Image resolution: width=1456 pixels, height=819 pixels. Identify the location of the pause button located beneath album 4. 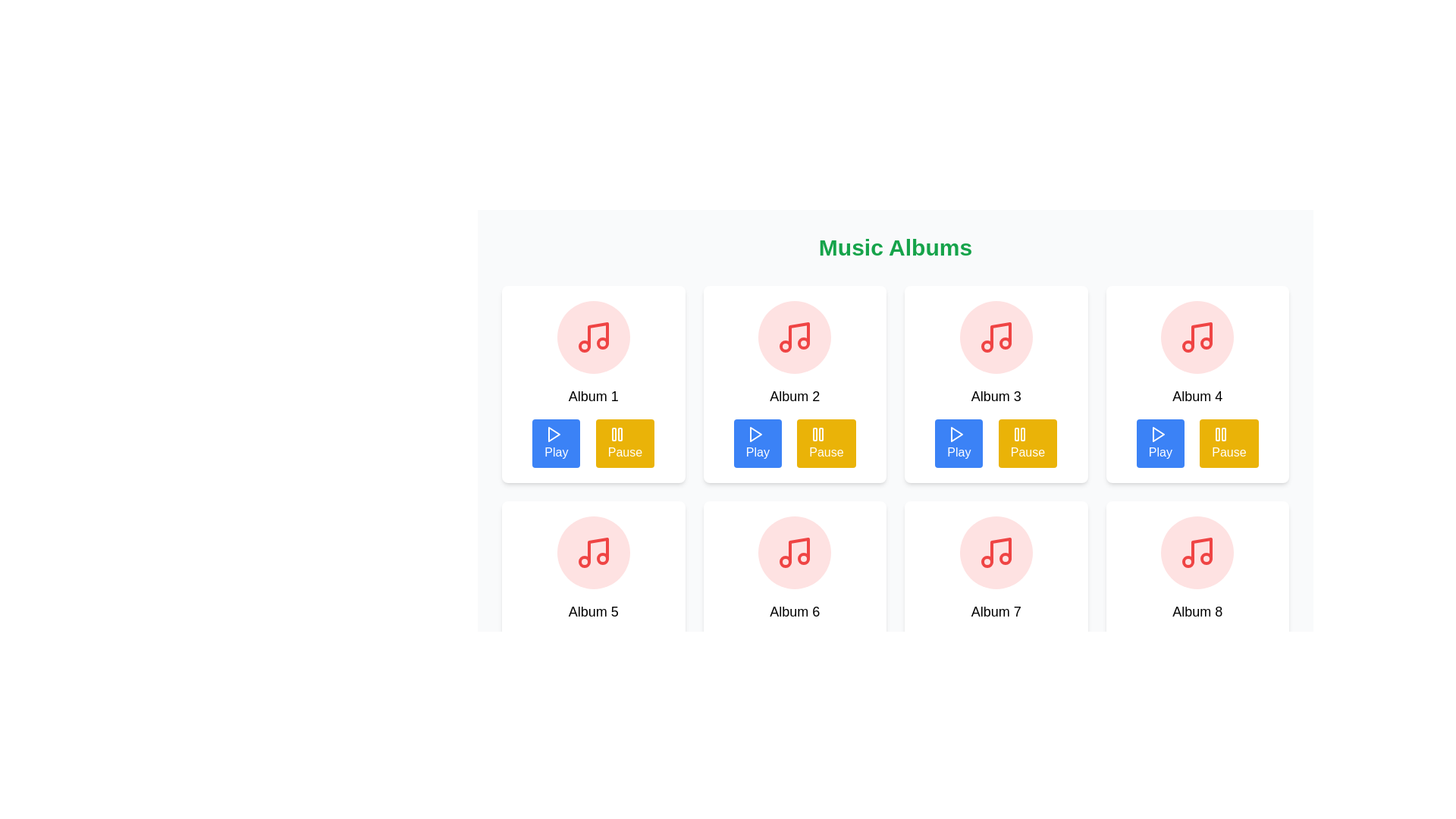
(1229, 444).